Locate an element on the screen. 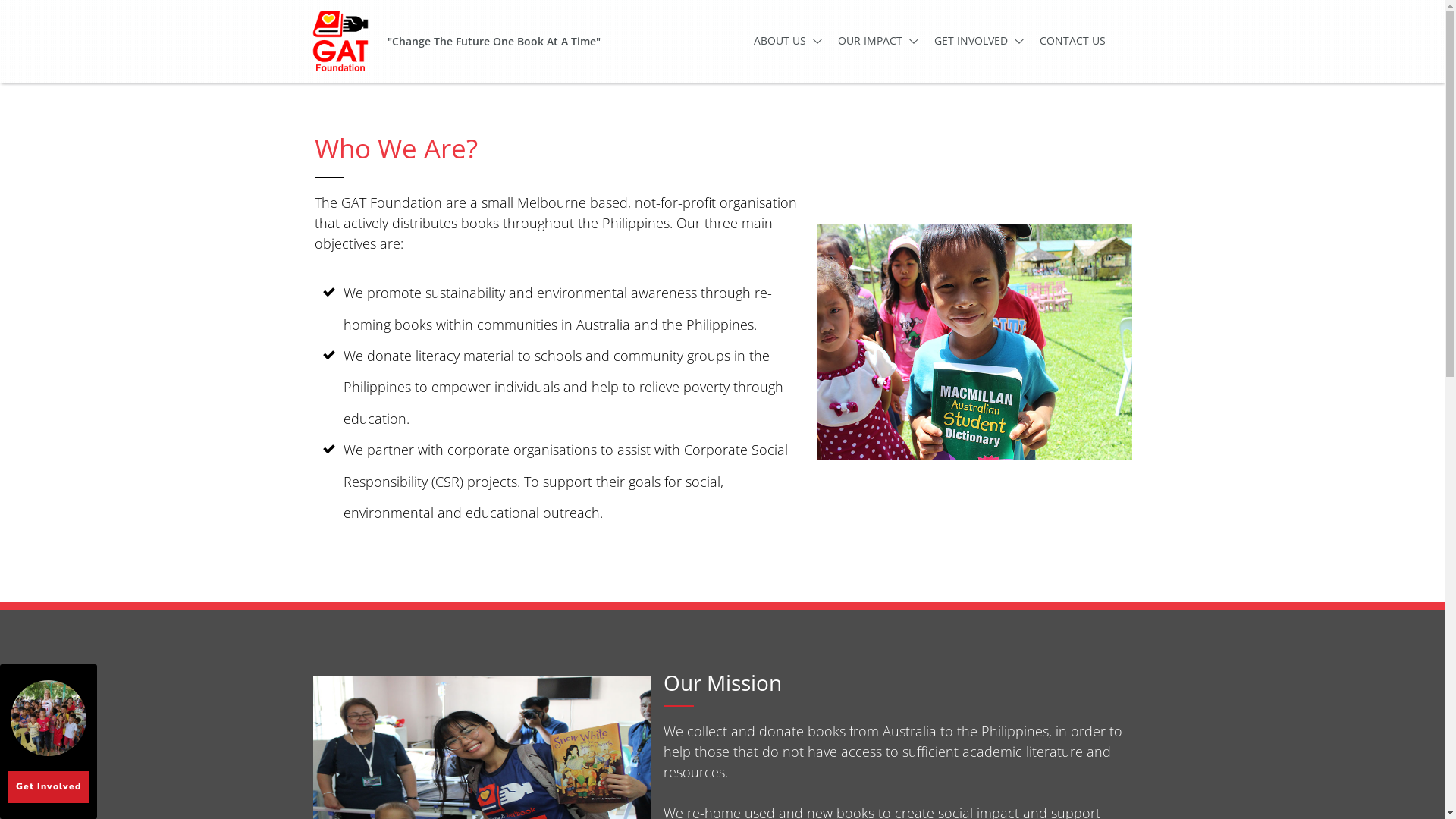 This screenshot has height=819, width=1456. 'GAT LOGO2' is located at coordinates (304, 40).